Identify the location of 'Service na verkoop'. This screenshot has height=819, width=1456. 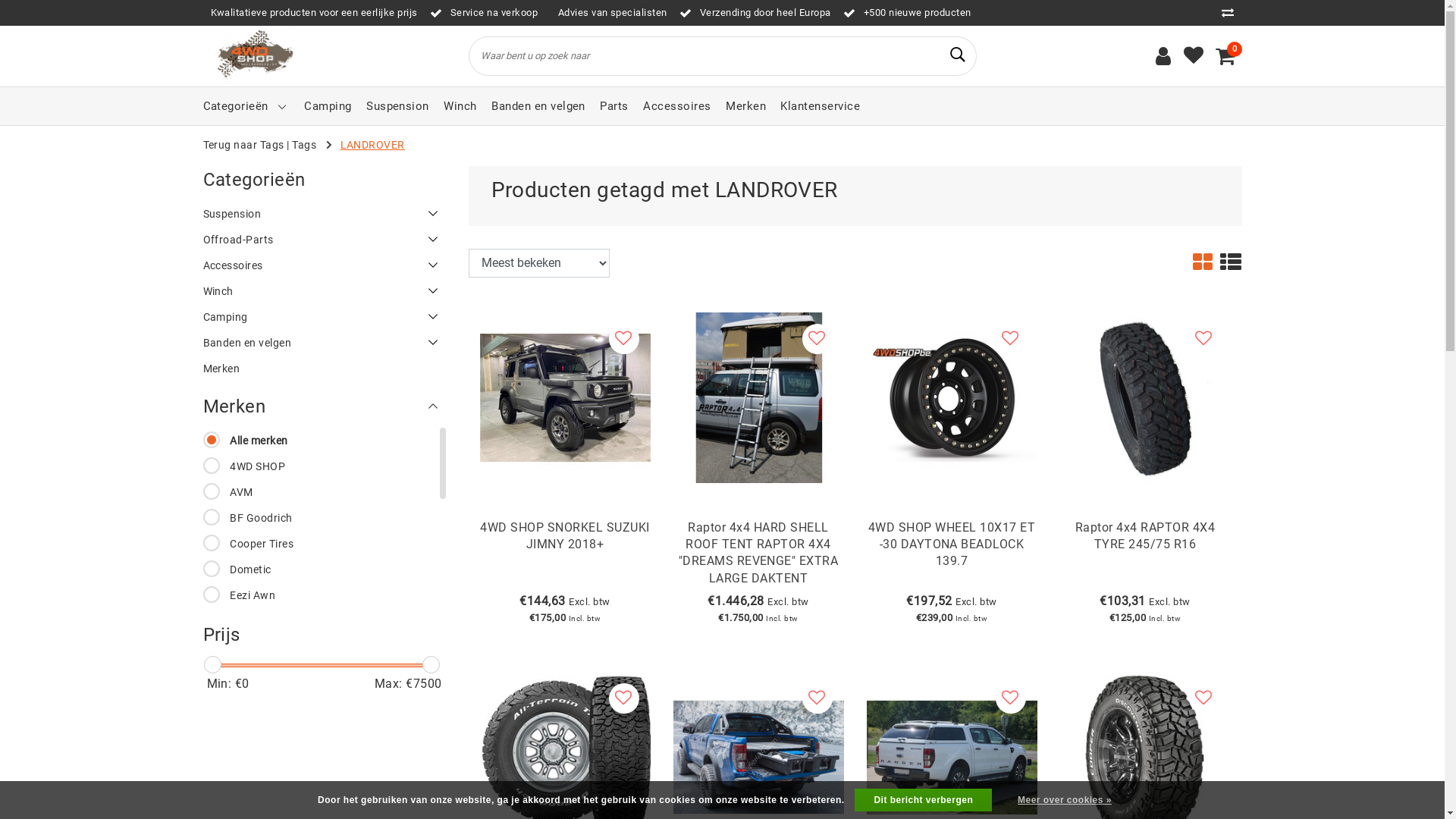
(483, 12).